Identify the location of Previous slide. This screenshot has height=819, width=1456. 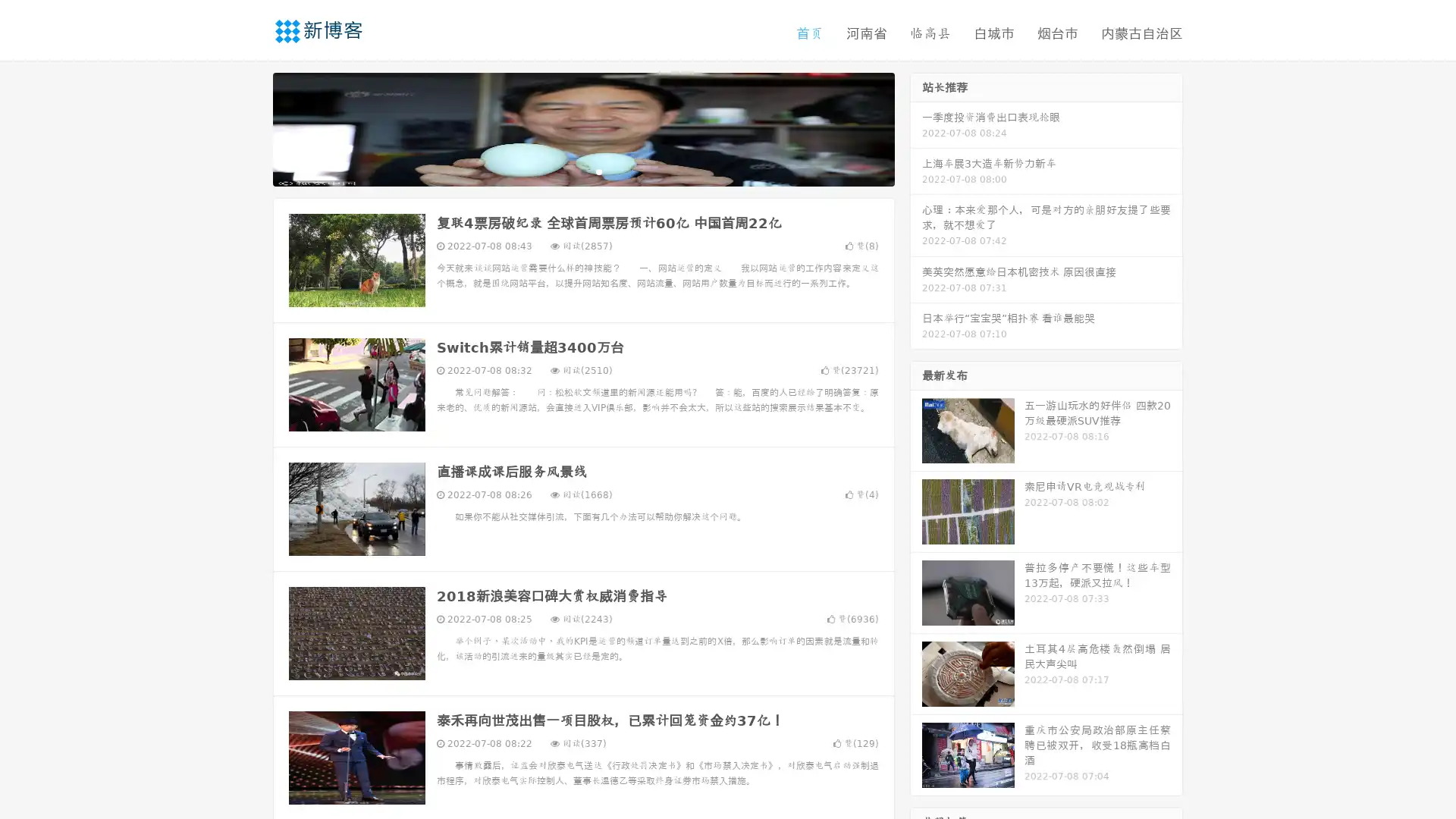
(250, 127).